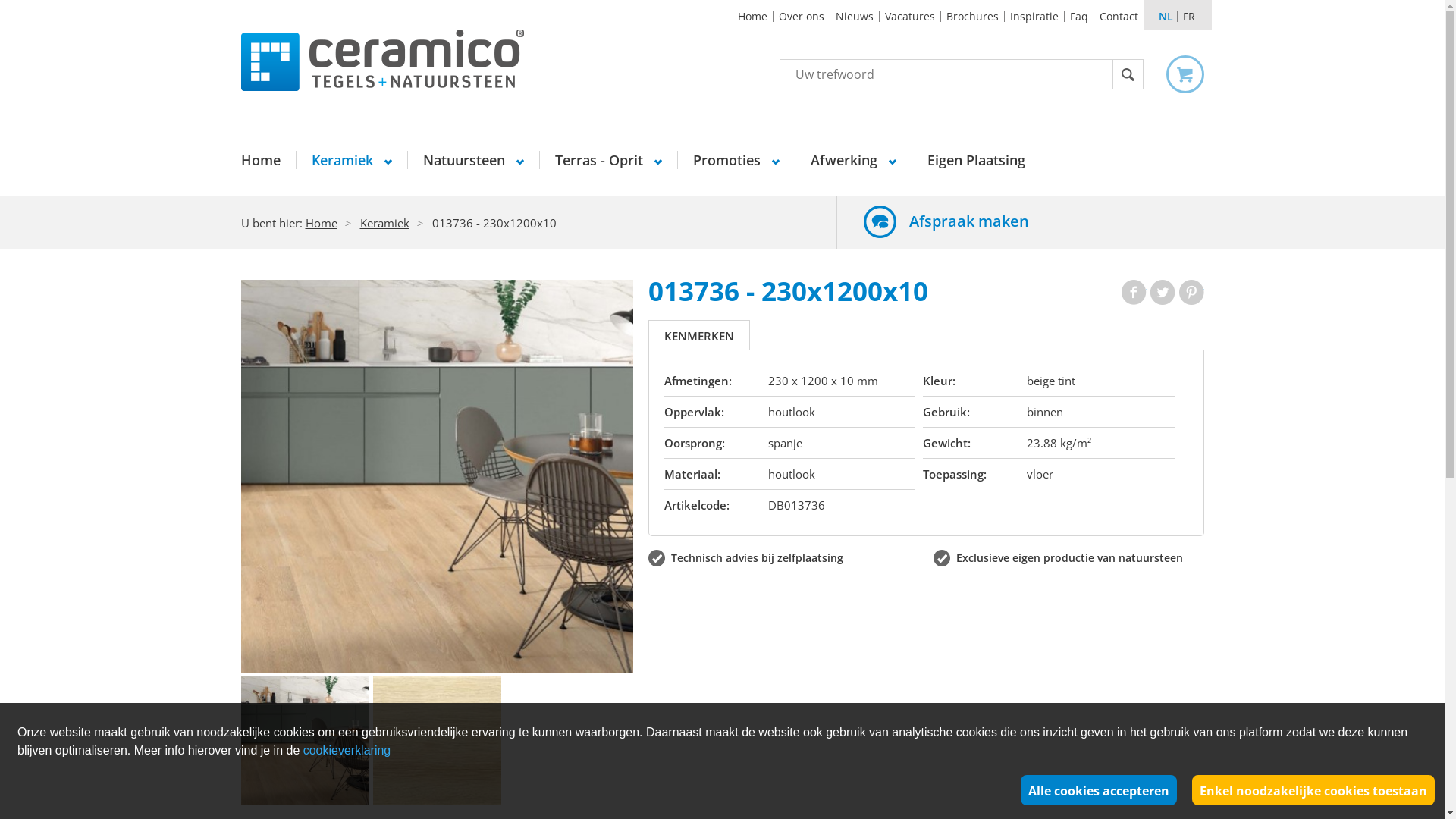 The height and width of the screenshot is (819, 1456). What do you see at coordinates (910, 16) in the screenshot?
I see `'Vacatures'` at bounding box center [910, 16].